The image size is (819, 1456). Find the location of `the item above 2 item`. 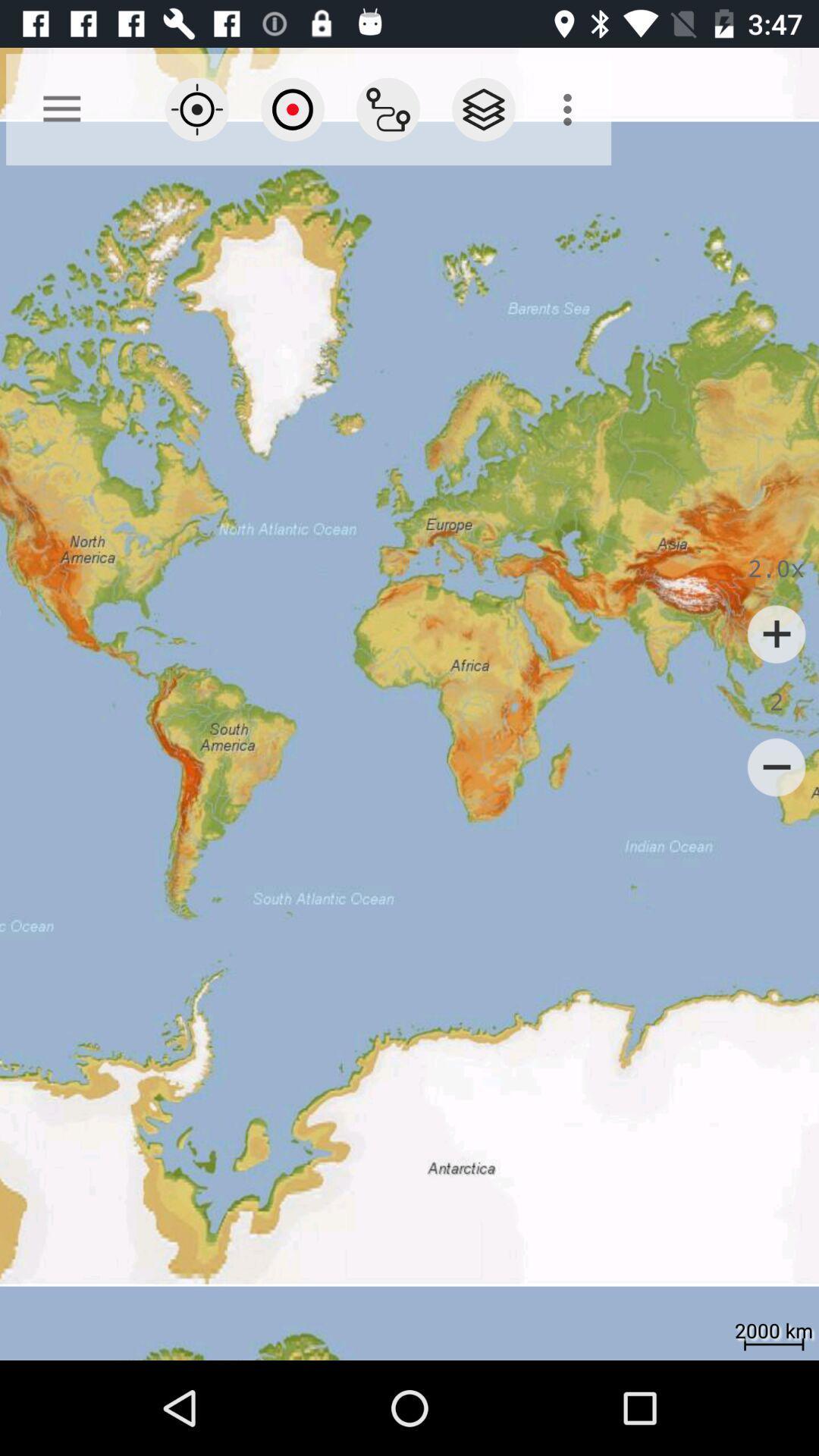

the item above 2 item is located at coordinates (777, 634).